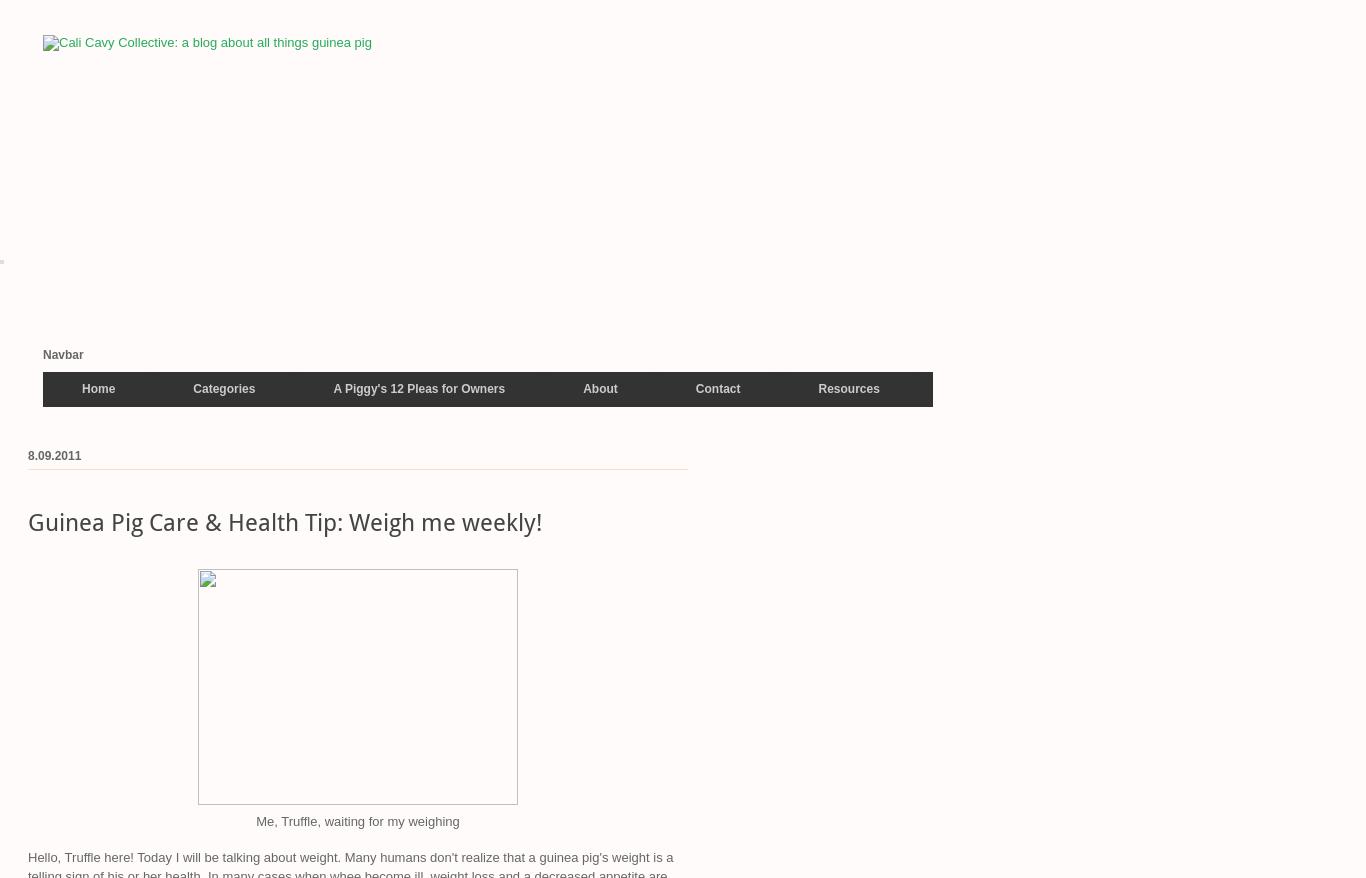 This screenshot has height=878, width=1366. I want to click on 'Resources', so click(847, 386).